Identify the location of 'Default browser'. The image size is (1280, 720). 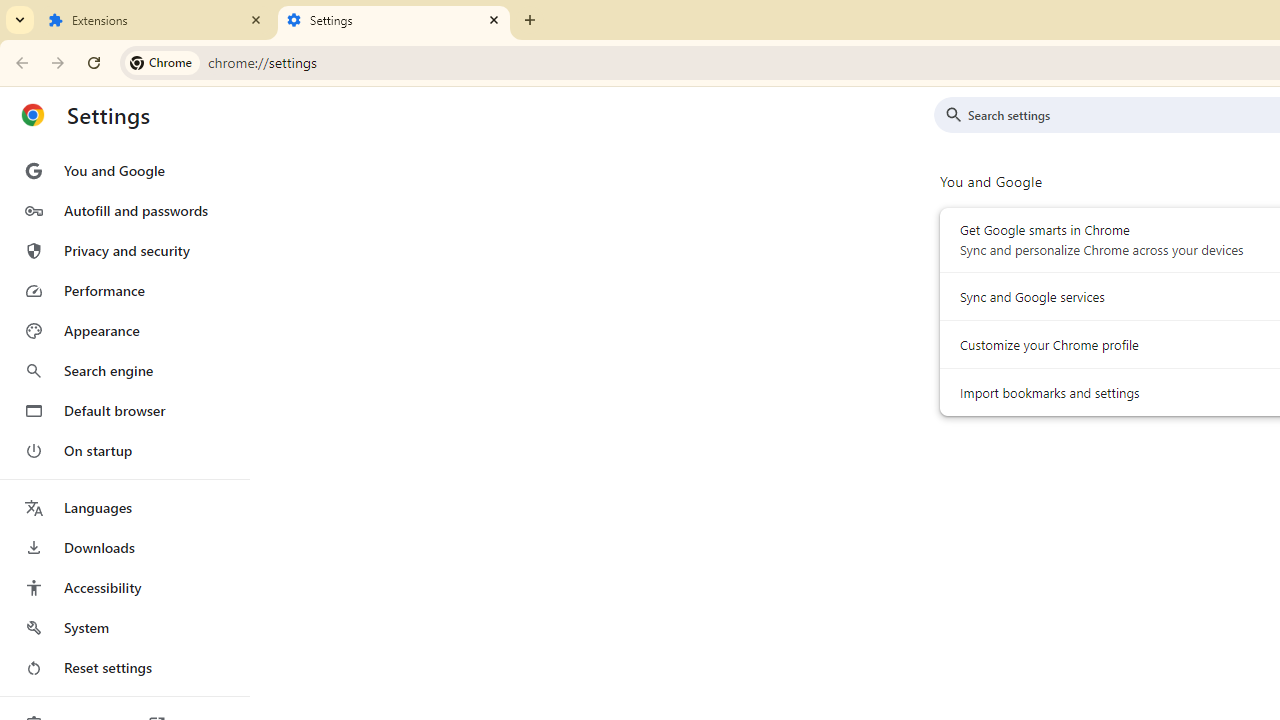
(123, 410).